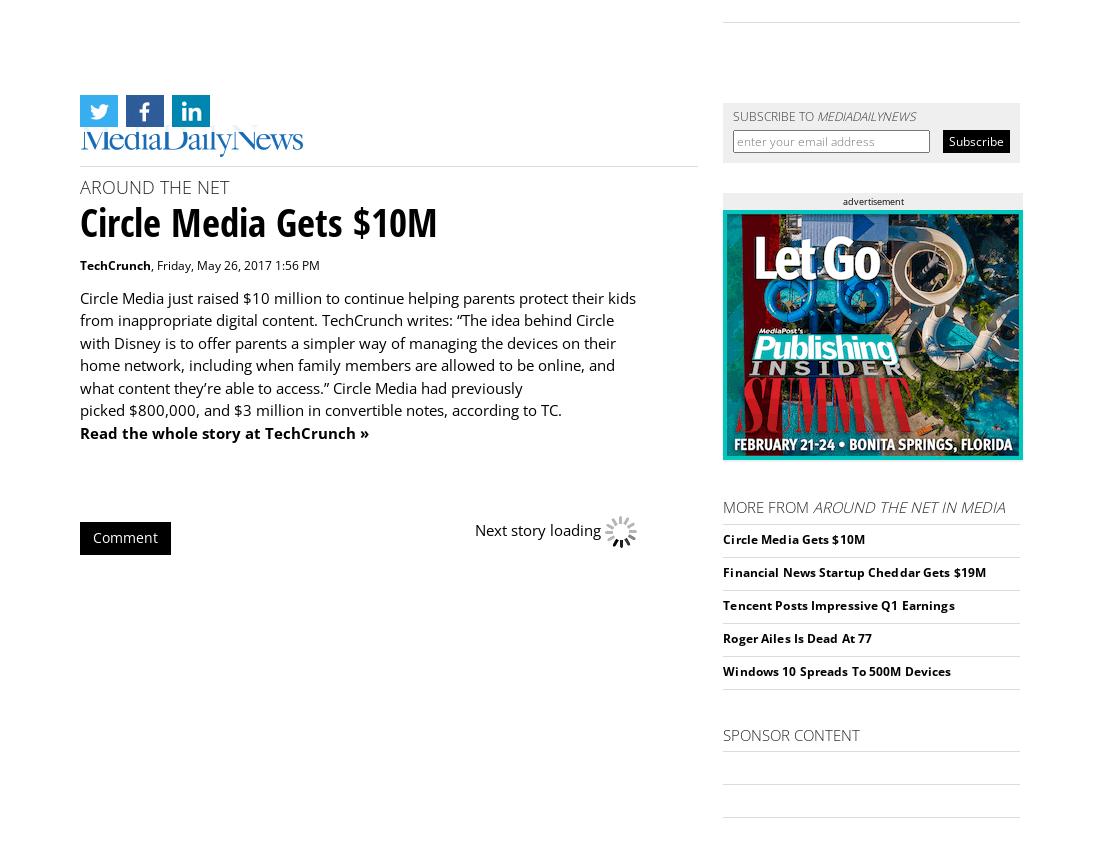 The height and width of the screenshot is (868, 1100). What do you see at coordinates (722, 670) in the screenshot?
I see `'Windows 10 Spreads To 500M Devices'` at bounding box center [722, 670].